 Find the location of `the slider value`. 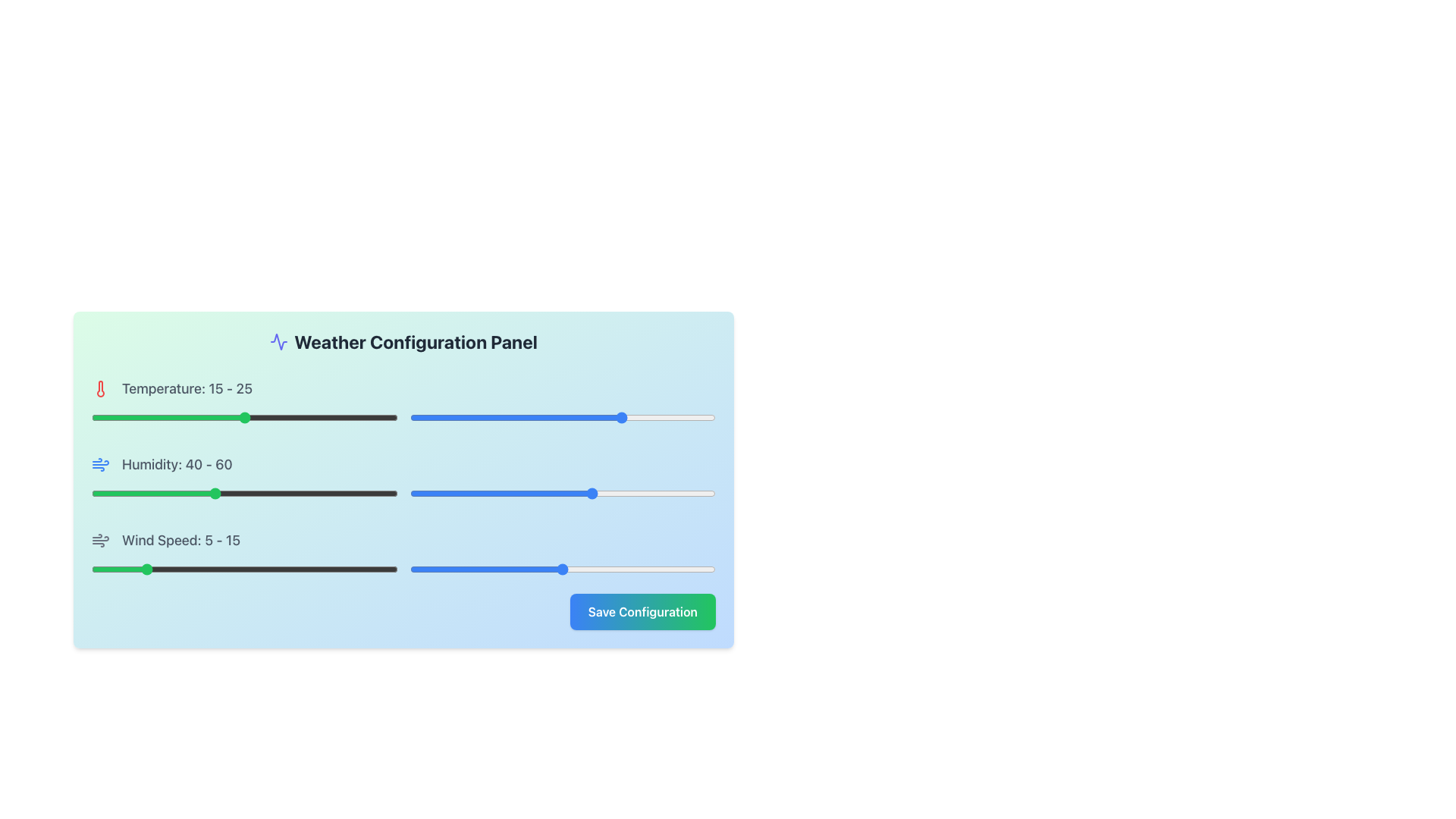

the slider value is located at coordinates (695, 570).